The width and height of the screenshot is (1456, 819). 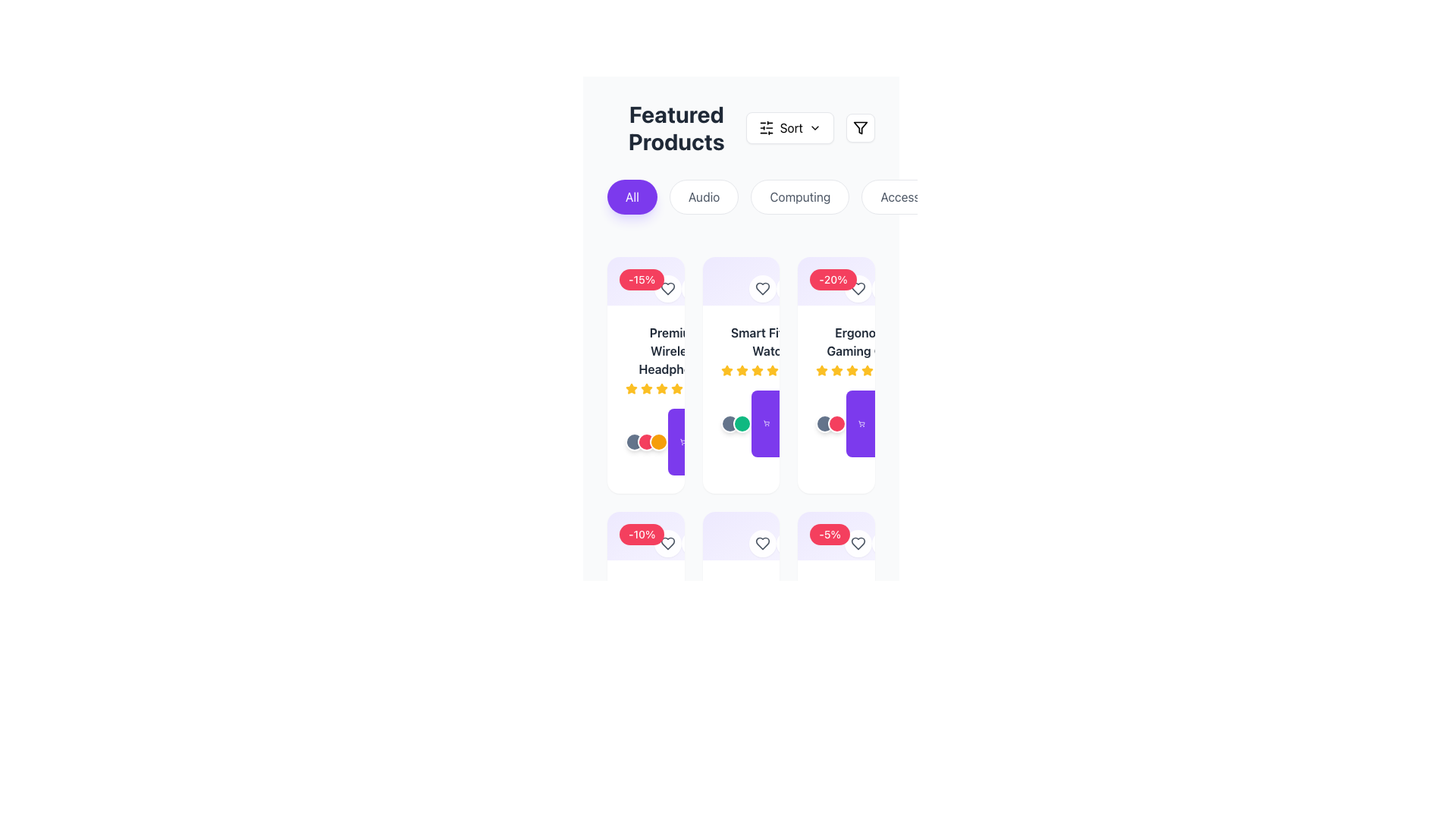 I want to click on the circular button with a white background and heart-shaped icon in the top-right corner of the product card to mark the product as favorite, so click(x=858, y=543).